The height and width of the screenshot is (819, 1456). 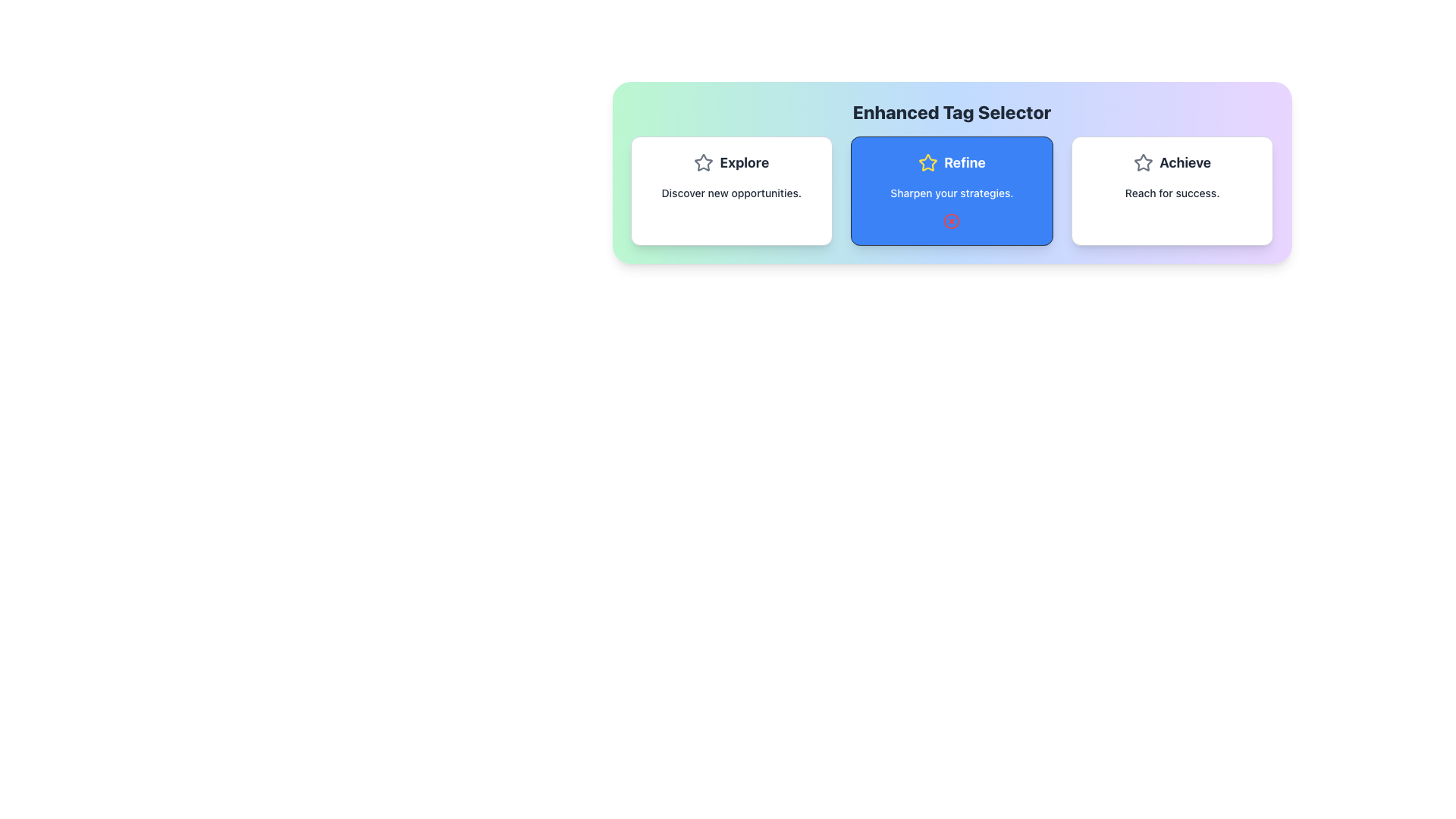 I want to click on the 'Refine' button with a blue background, featuring the text 'Refine' in bold and 'Sharpen your strategies.' below it, positioned centrally between 'Explore' and 'Achieve', so click(x=951, y=190).